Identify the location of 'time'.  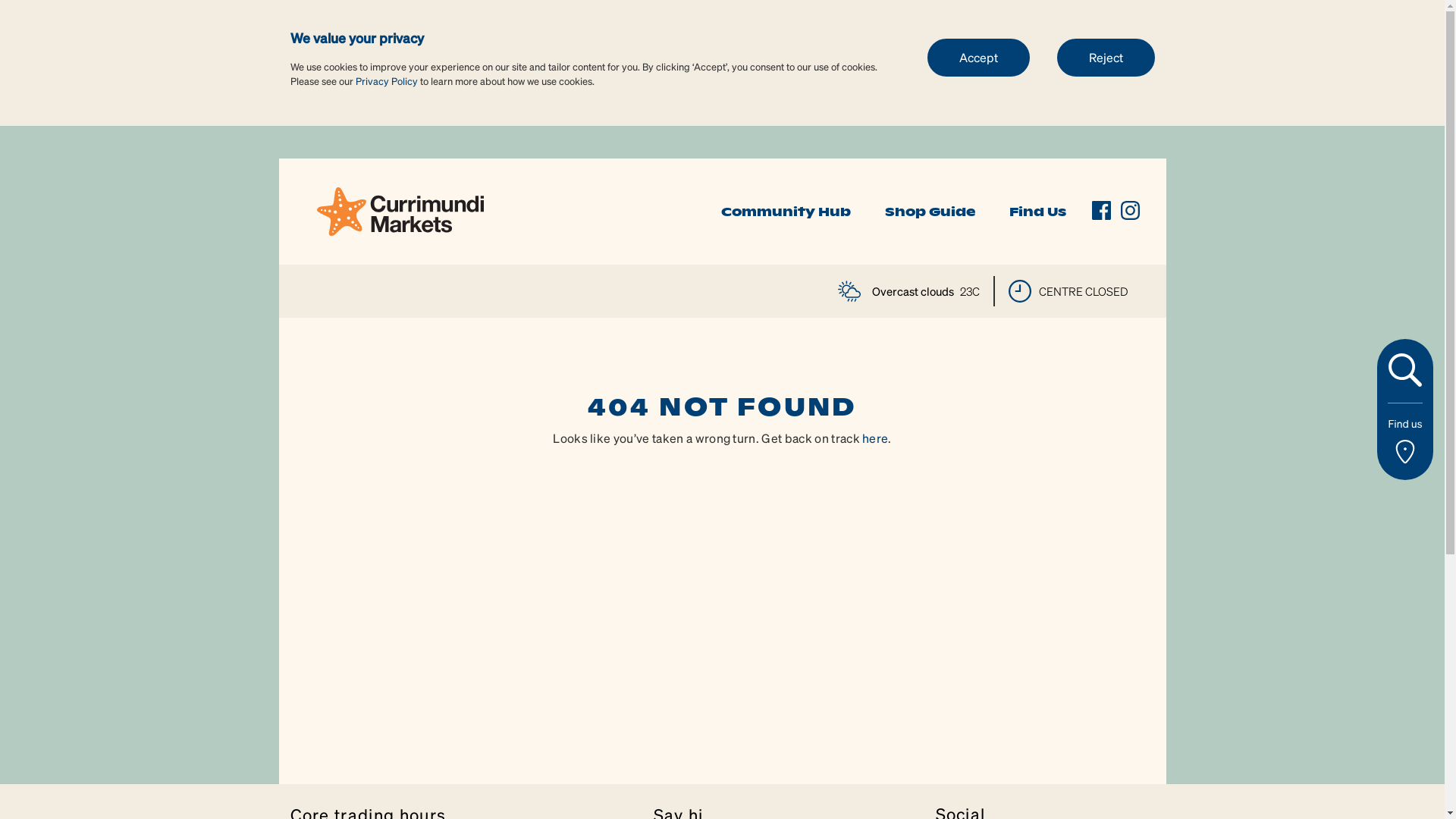
(1019, 291).